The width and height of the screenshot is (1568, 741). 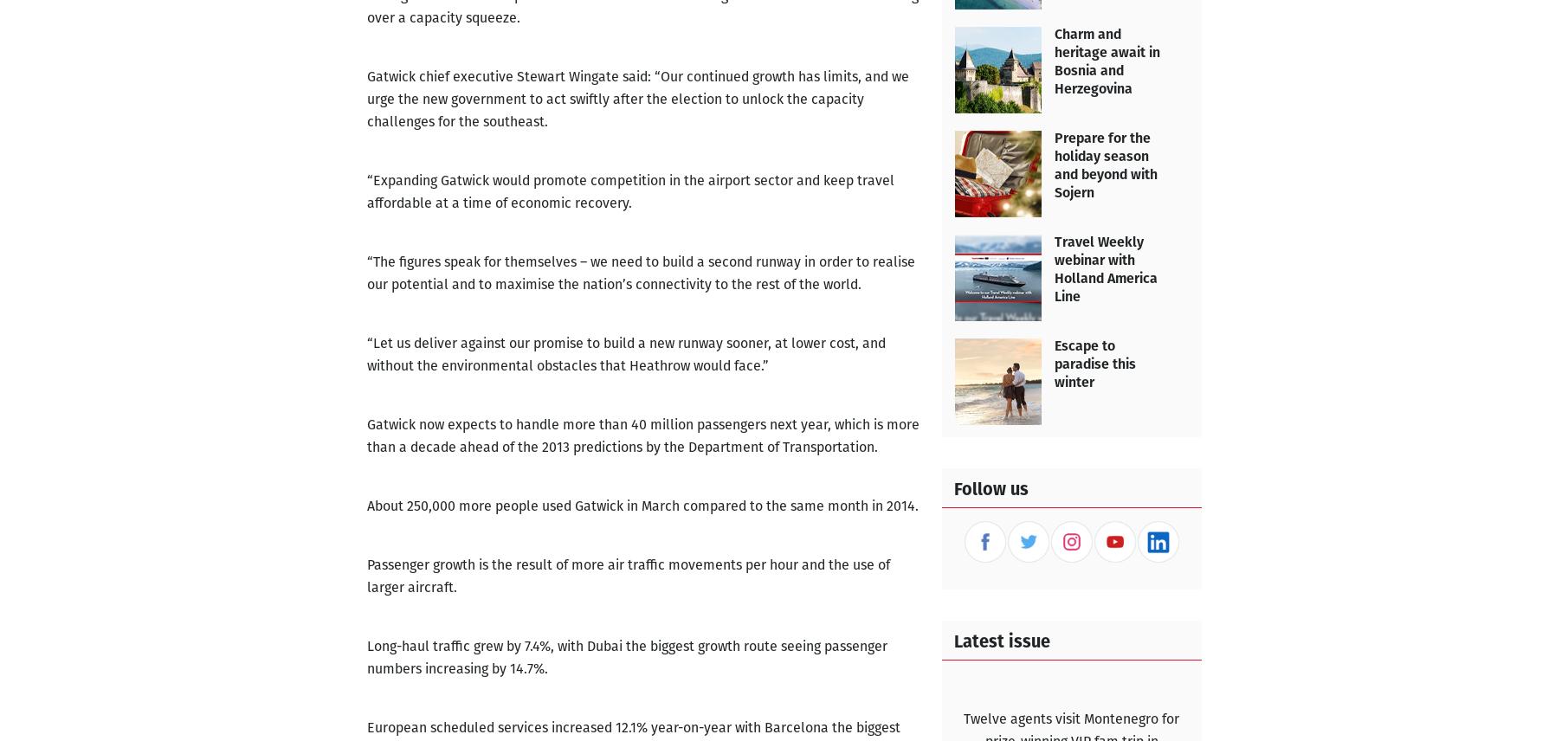 What do you see at coordinates (1107, 62) in the screenshot?
I see `'Charm and heritage await in Bosnia and Herzegovina'` at bounding box center [1107, 62].